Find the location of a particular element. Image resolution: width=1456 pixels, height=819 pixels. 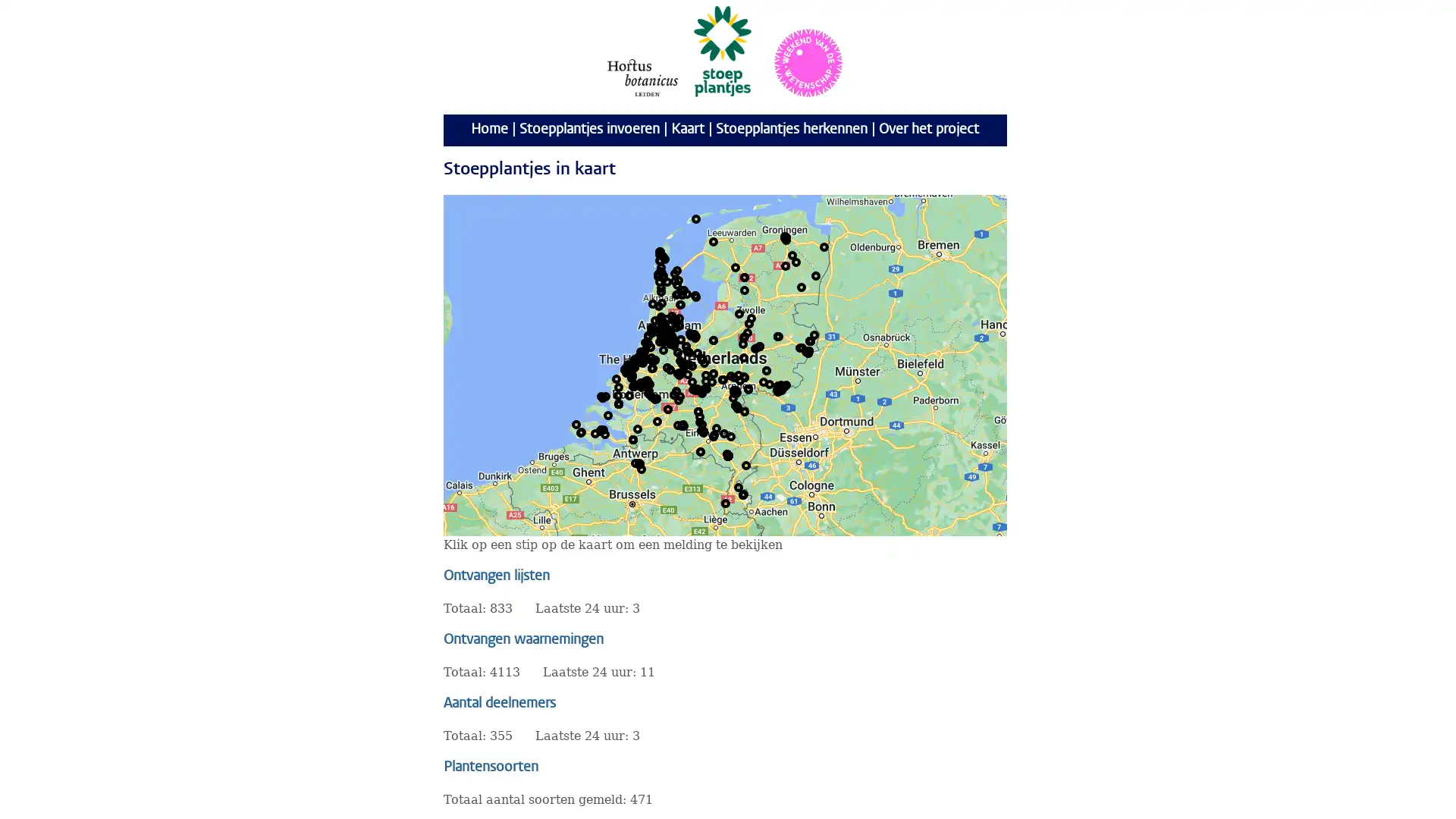

Telling van Pannekoekenprutje op 31 mei 2022 is located at coordinates (619, 403).